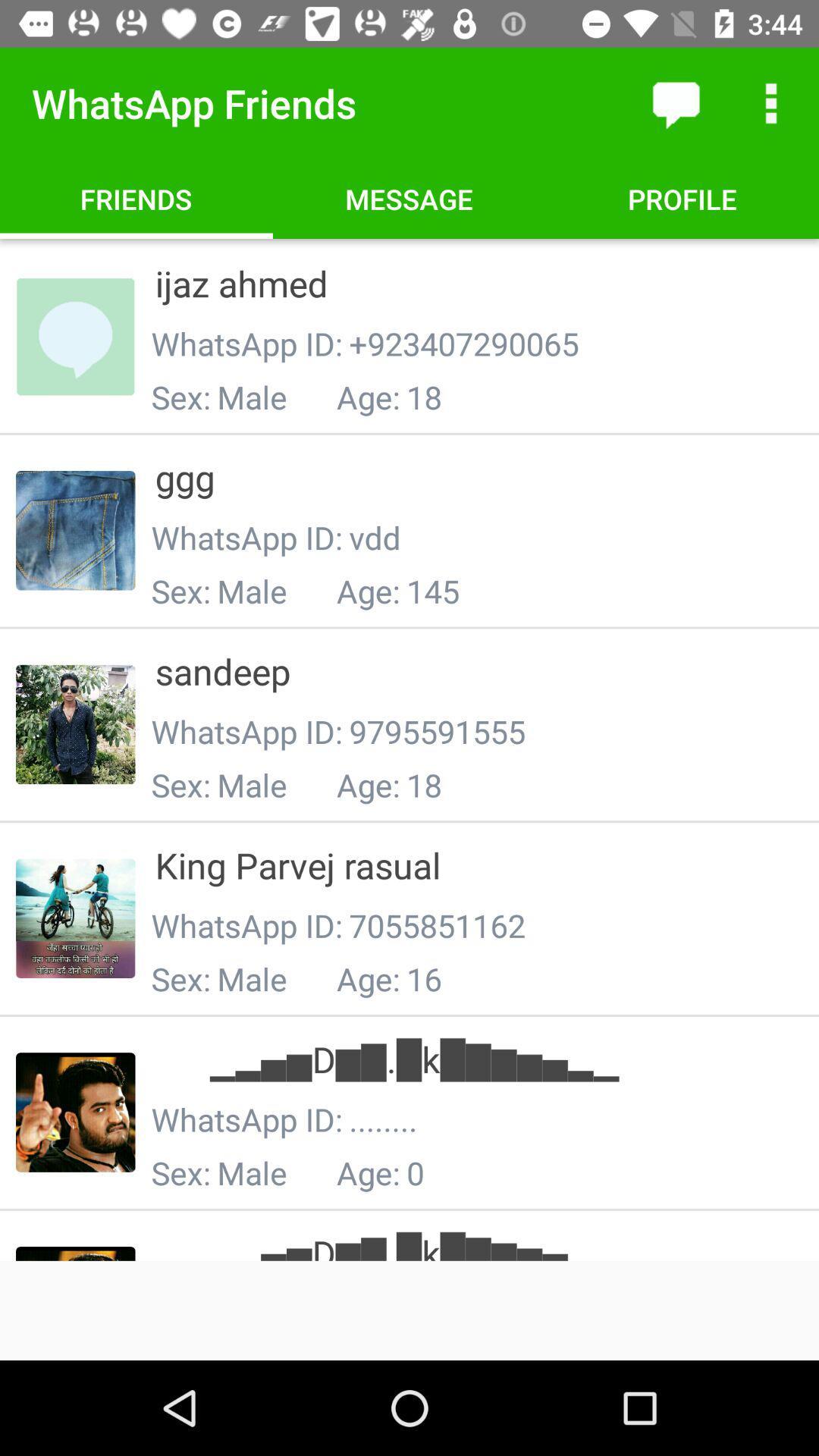 The height and width of the screenshot is (1456, 819). I want to click on write new message, so click(675, 102).